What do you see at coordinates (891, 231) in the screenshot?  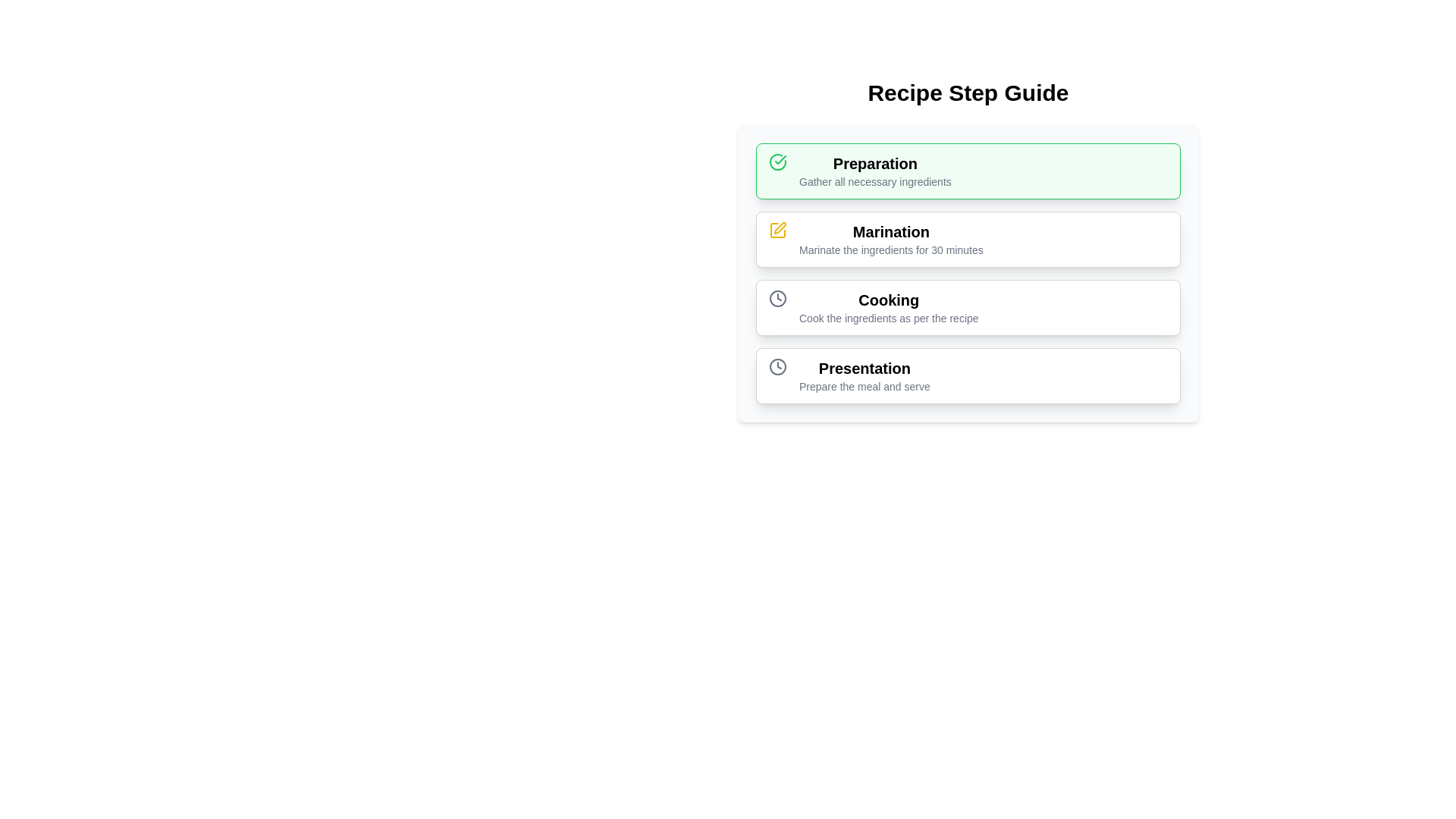 I see `the 'Marination' text label, which is a large, bold heading positioned in the second section of the 'Recipe Step Guide', above the 'Cooking' step and below the 'Preparation' step` at bounding box center [891, 231].